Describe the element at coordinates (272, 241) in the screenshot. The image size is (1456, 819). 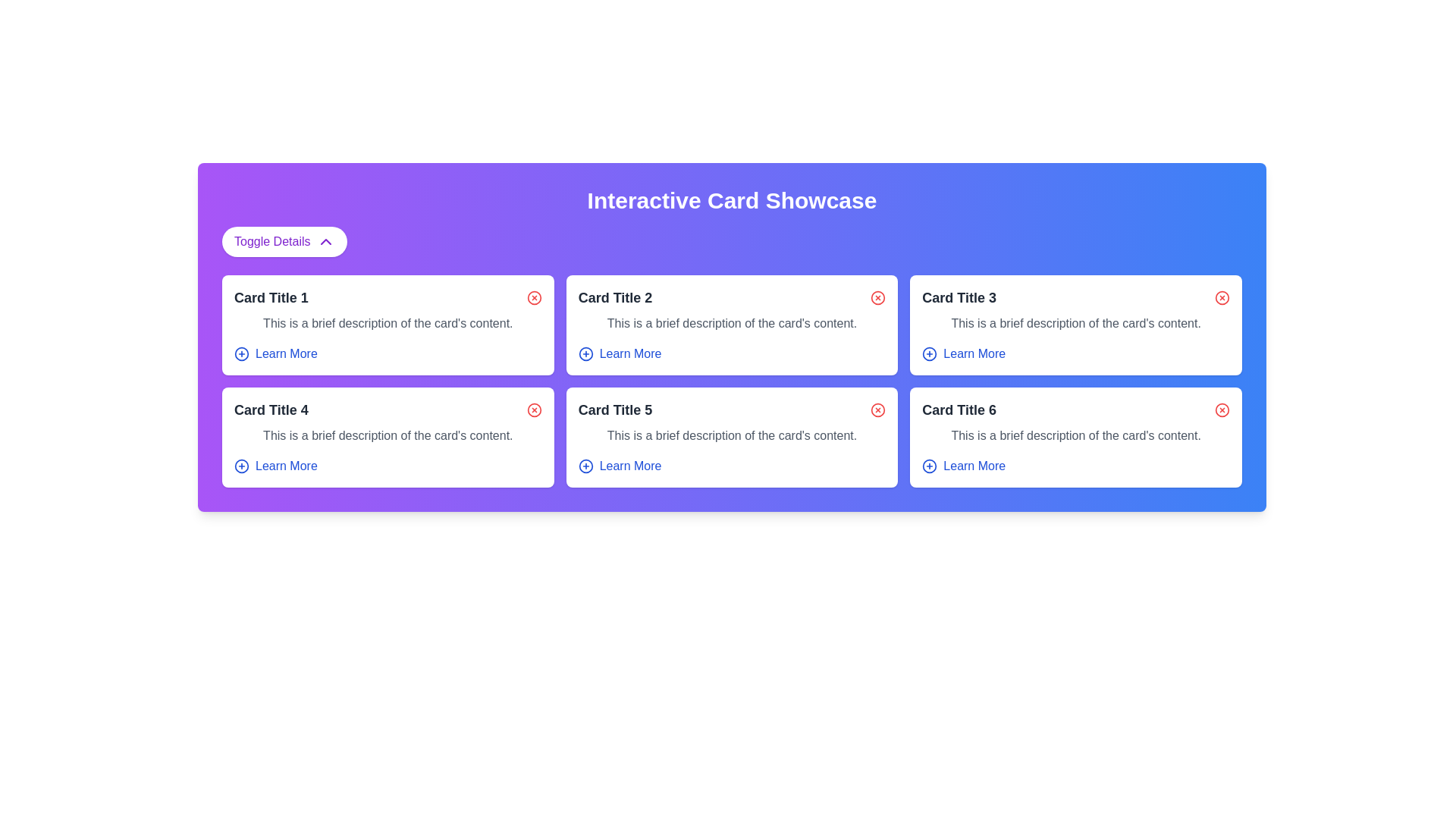
I see `the text label located on the left side of the header button, which indicates the purpose of the associated button for toggling additional information` at that location.